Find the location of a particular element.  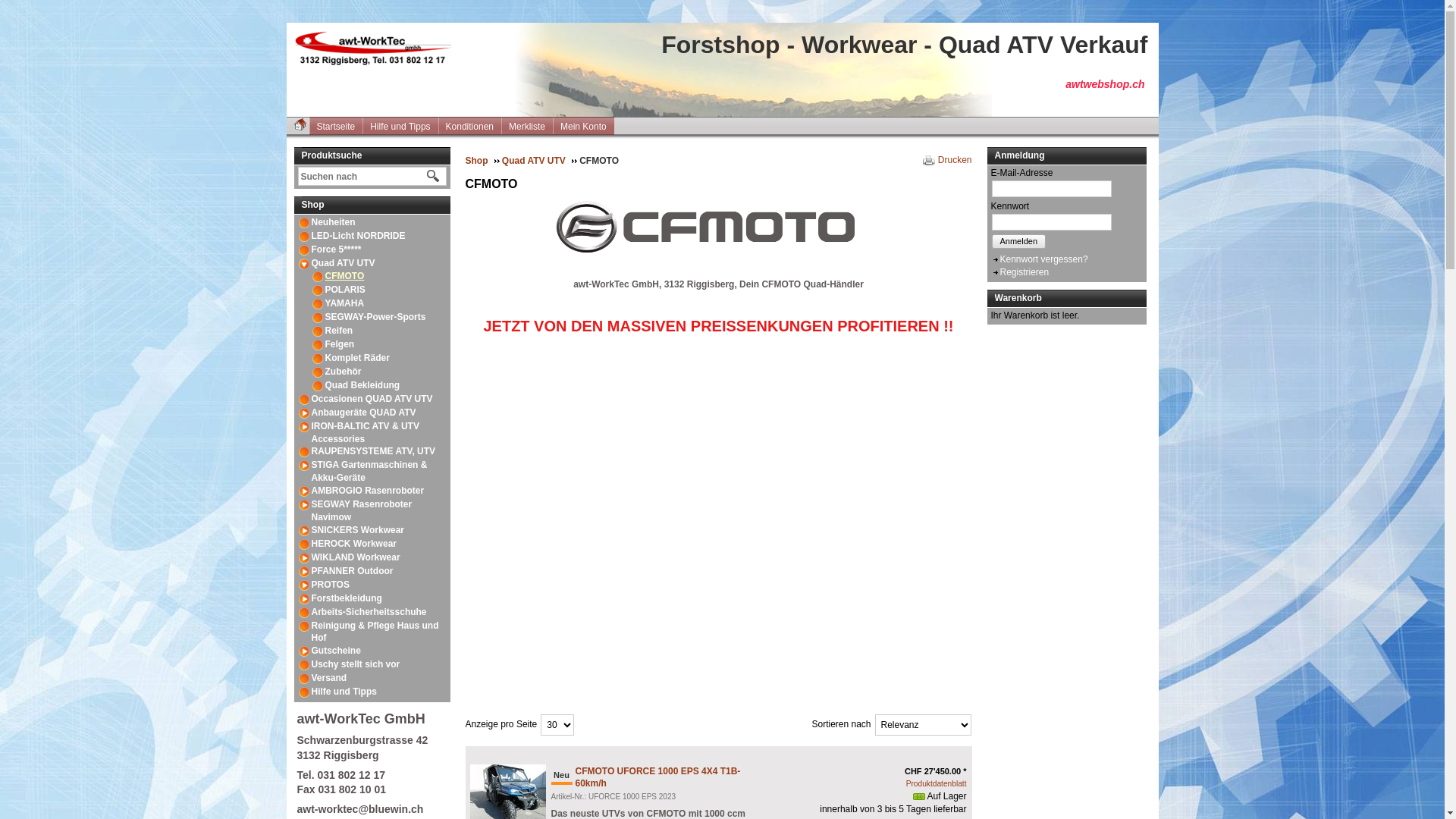

'Registrieren' is located at coordinates (1019, 271).